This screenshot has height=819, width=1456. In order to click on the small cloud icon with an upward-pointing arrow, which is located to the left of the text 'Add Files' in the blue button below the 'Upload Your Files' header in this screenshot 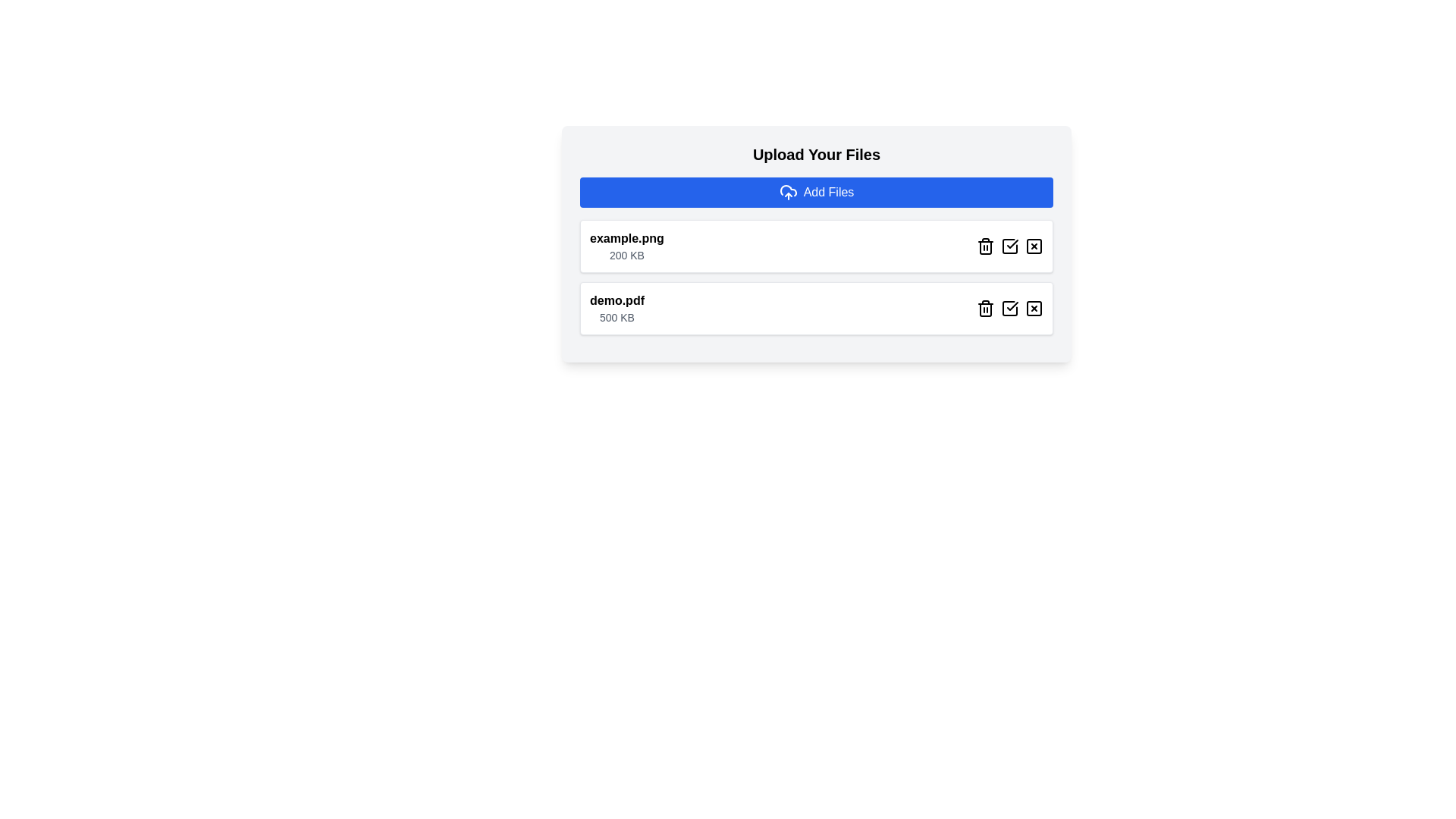, I will do `click(788, 192)`.